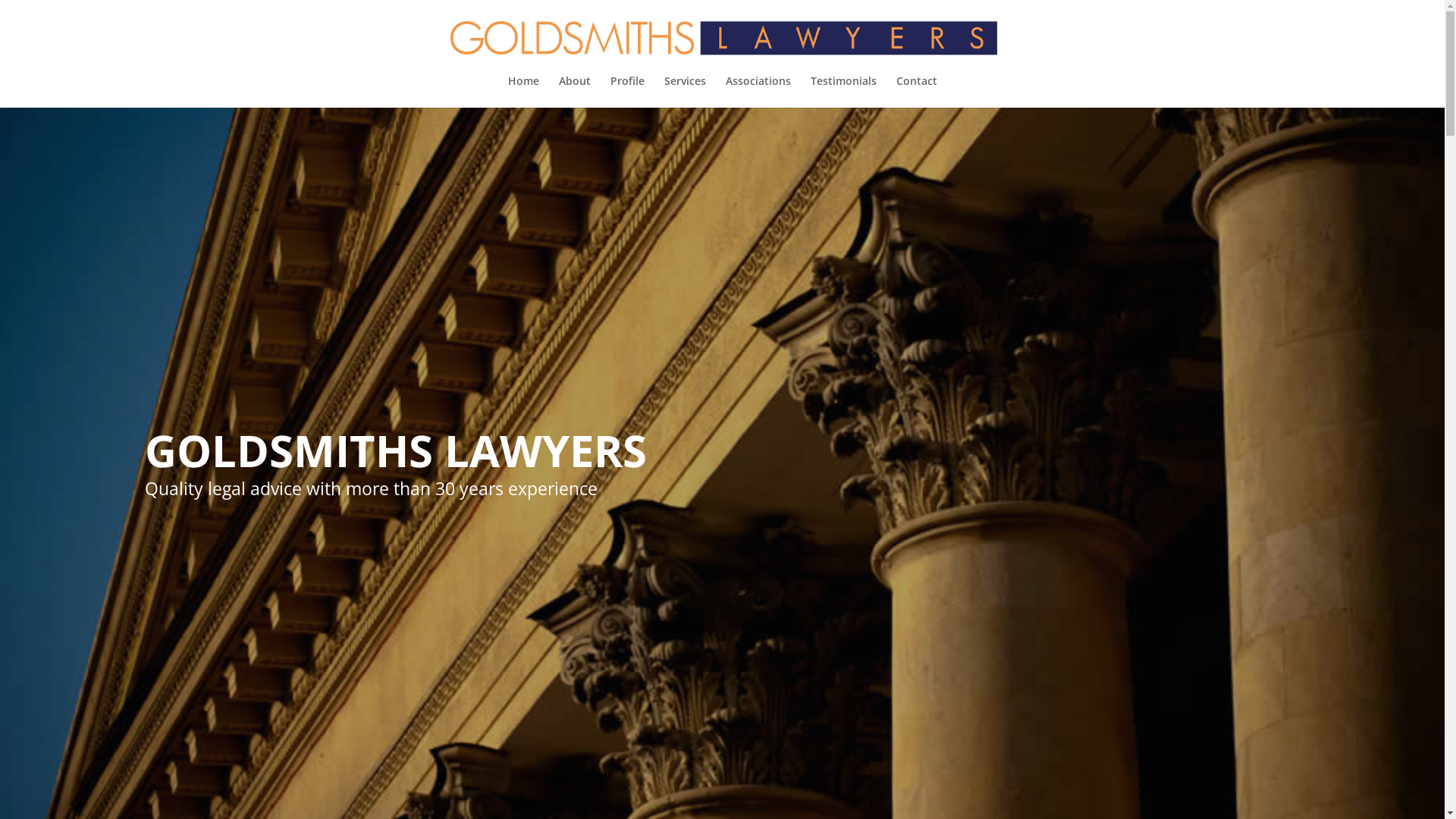  What do you see at coordinates (757, 91) in the screenshot?
I see `'Associations'` at bounding box center [757, 91].